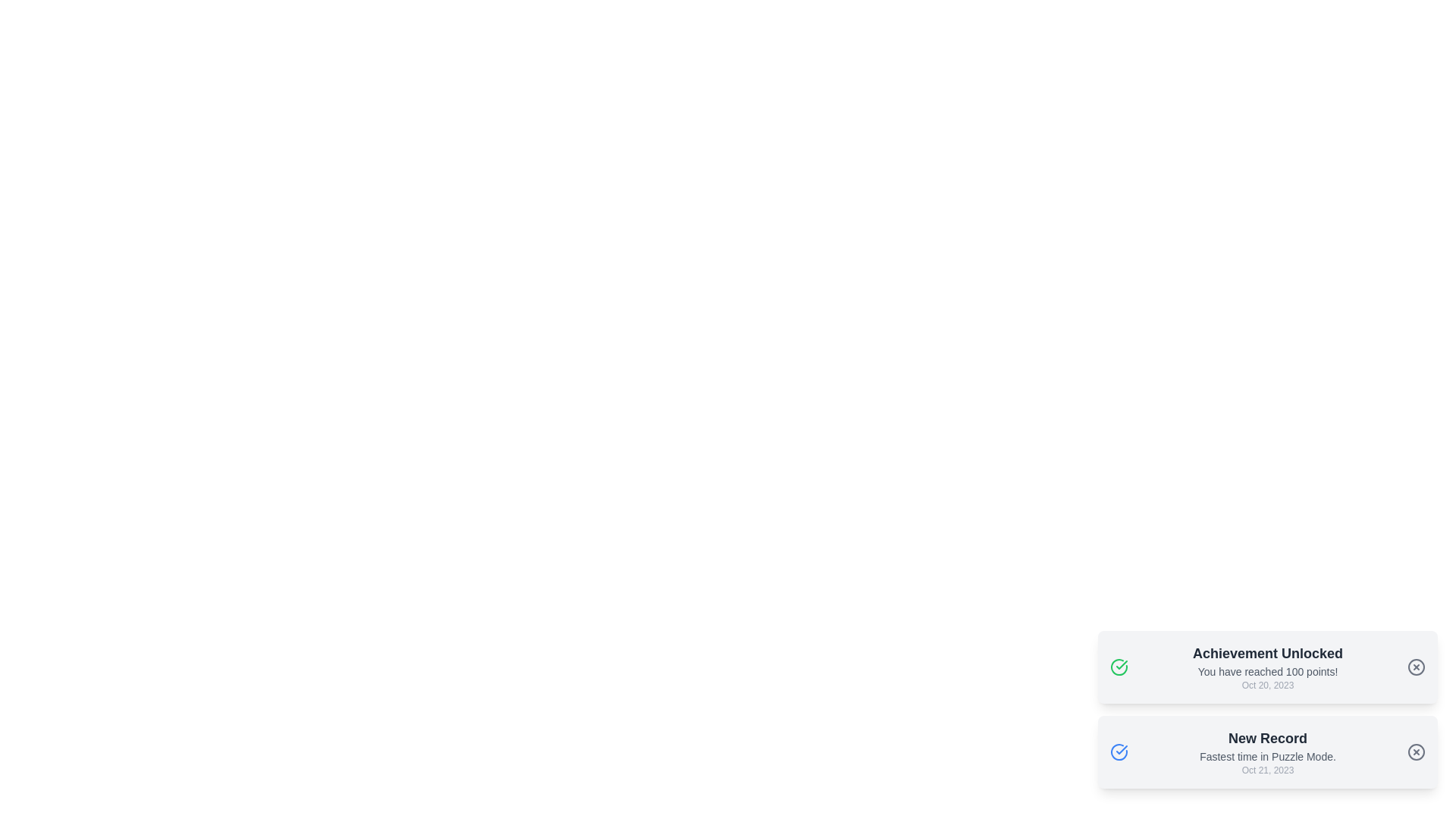 The height and width of the screenshot is (819, 1456). What do you see at coordinates (1415, 666) in the screenshot?
I see `the circular close button with an 'X' icon located in the top-right corner of the 'Achievement Unlocked' notification segment` at bounding box center [1415, 666].